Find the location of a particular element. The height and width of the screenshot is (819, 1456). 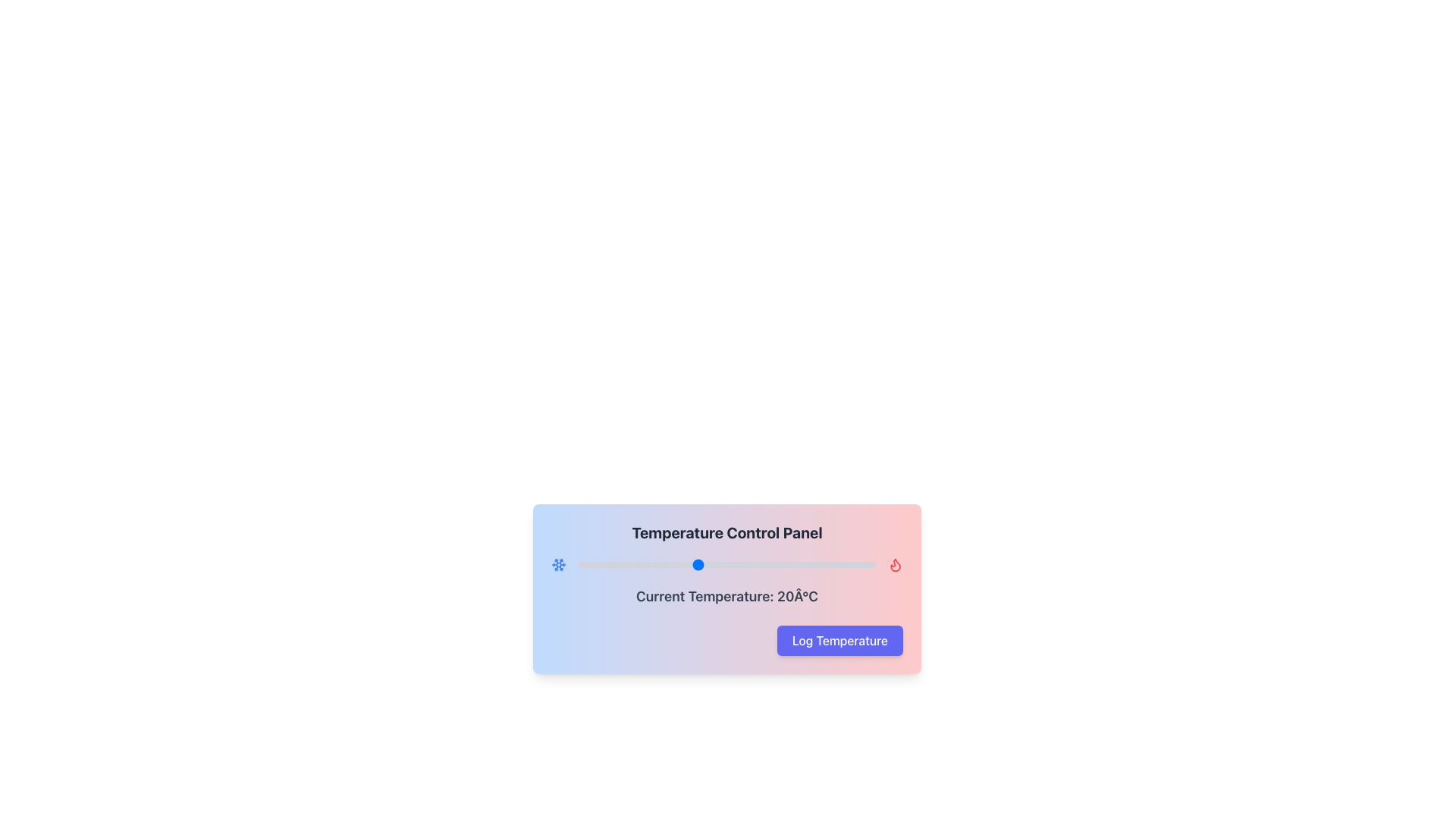

the temperature slider is located at coordinates (851, 564).